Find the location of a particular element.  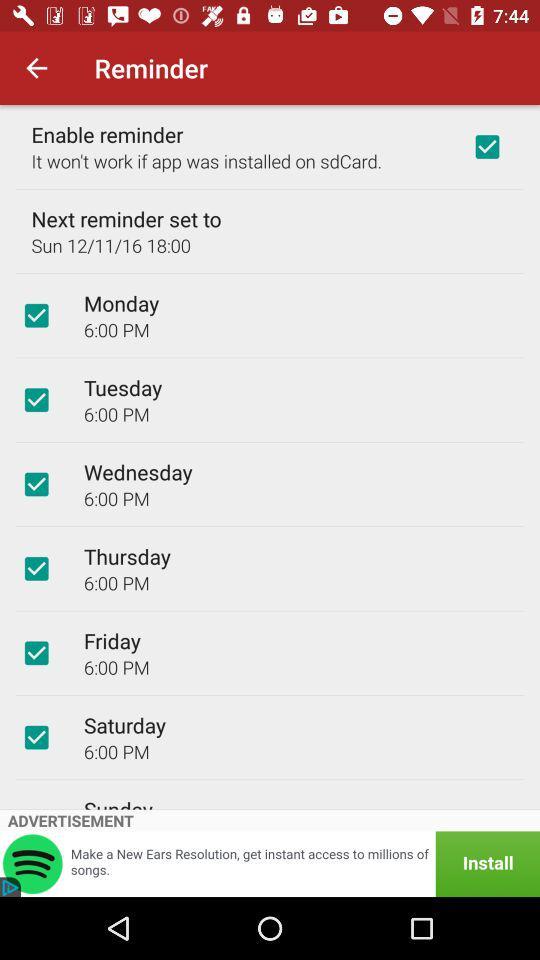

choose monday options is located at coordinates (36, 315).